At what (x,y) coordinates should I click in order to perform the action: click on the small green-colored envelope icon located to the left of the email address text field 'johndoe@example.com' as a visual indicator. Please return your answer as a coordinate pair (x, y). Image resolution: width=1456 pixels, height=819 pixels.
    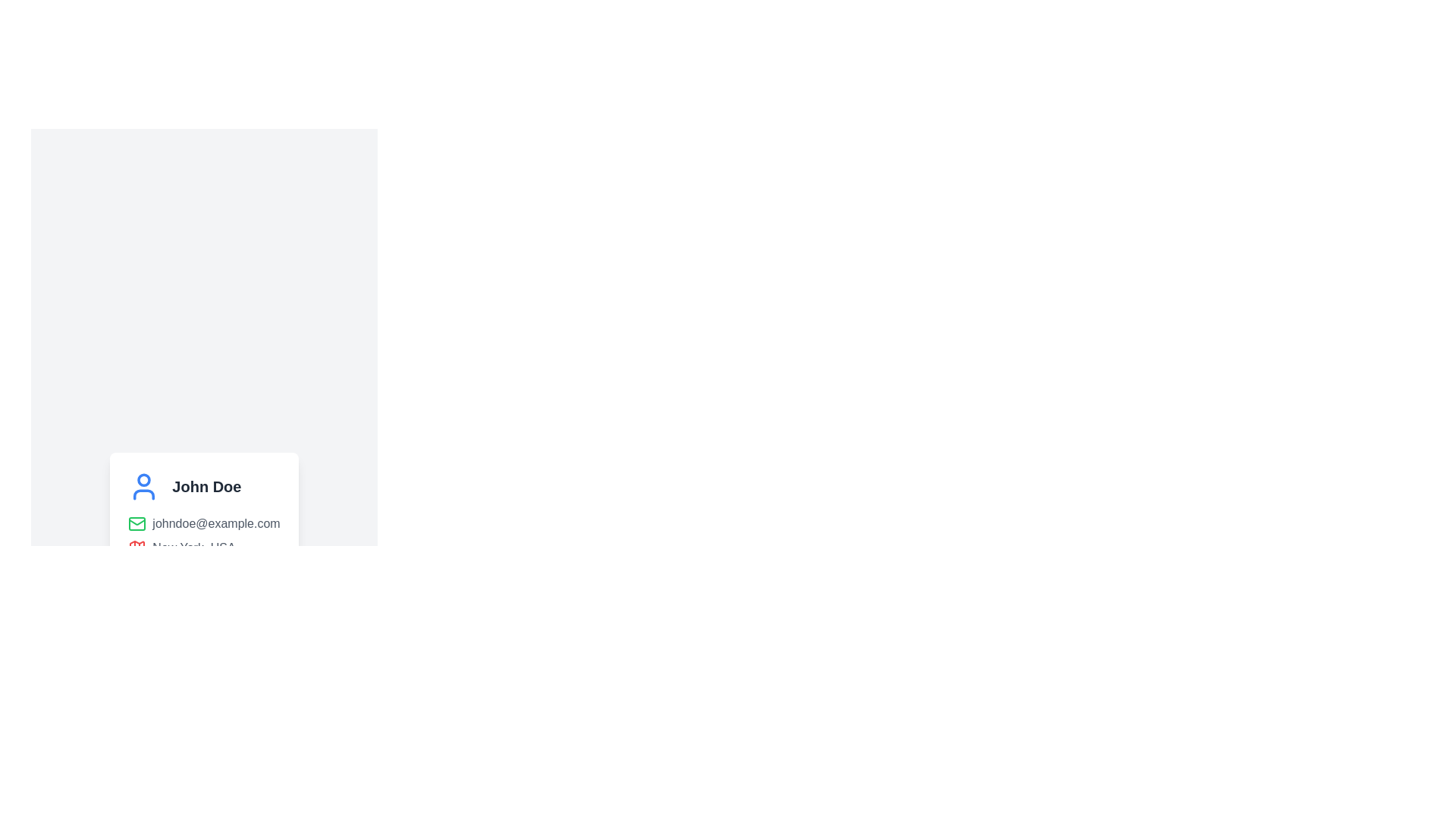
    Looking at the image, I should click on (137, 522).